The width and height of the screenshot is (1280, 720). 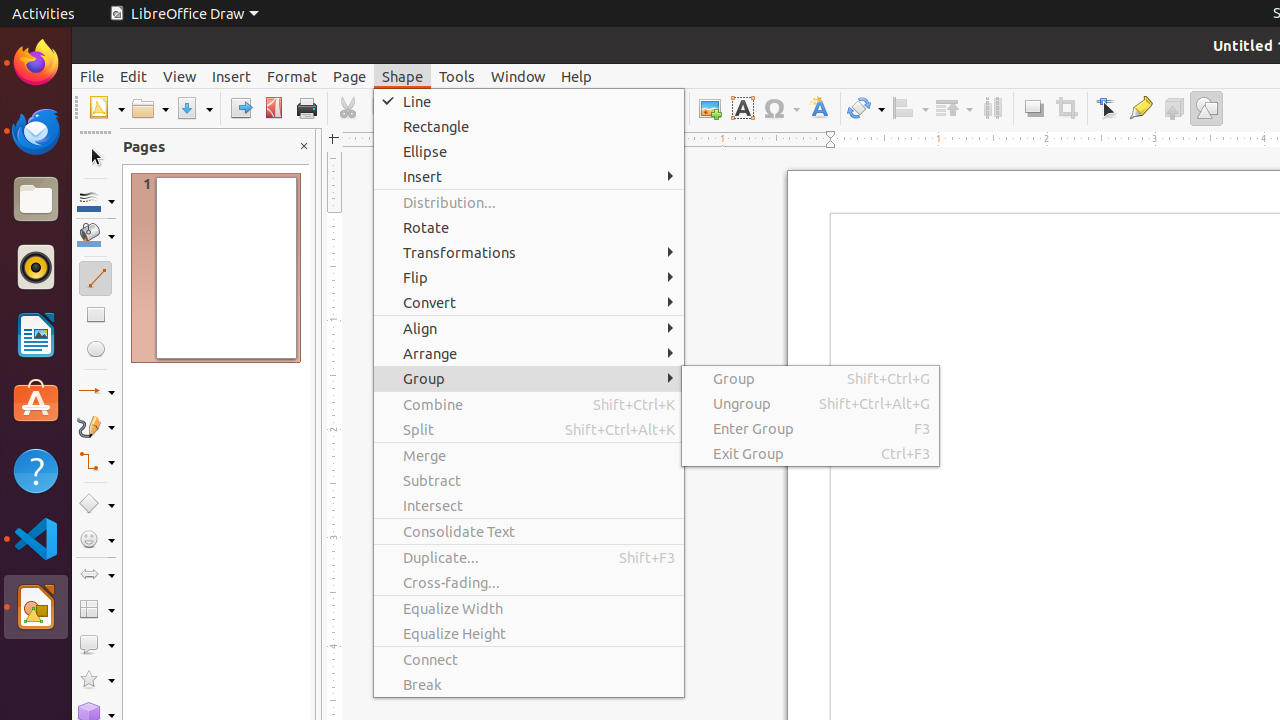 What do you see at coordinates (1140, 108) in the screenshot?
I see `'Glue Points'` at bounding box center [1140, 108].